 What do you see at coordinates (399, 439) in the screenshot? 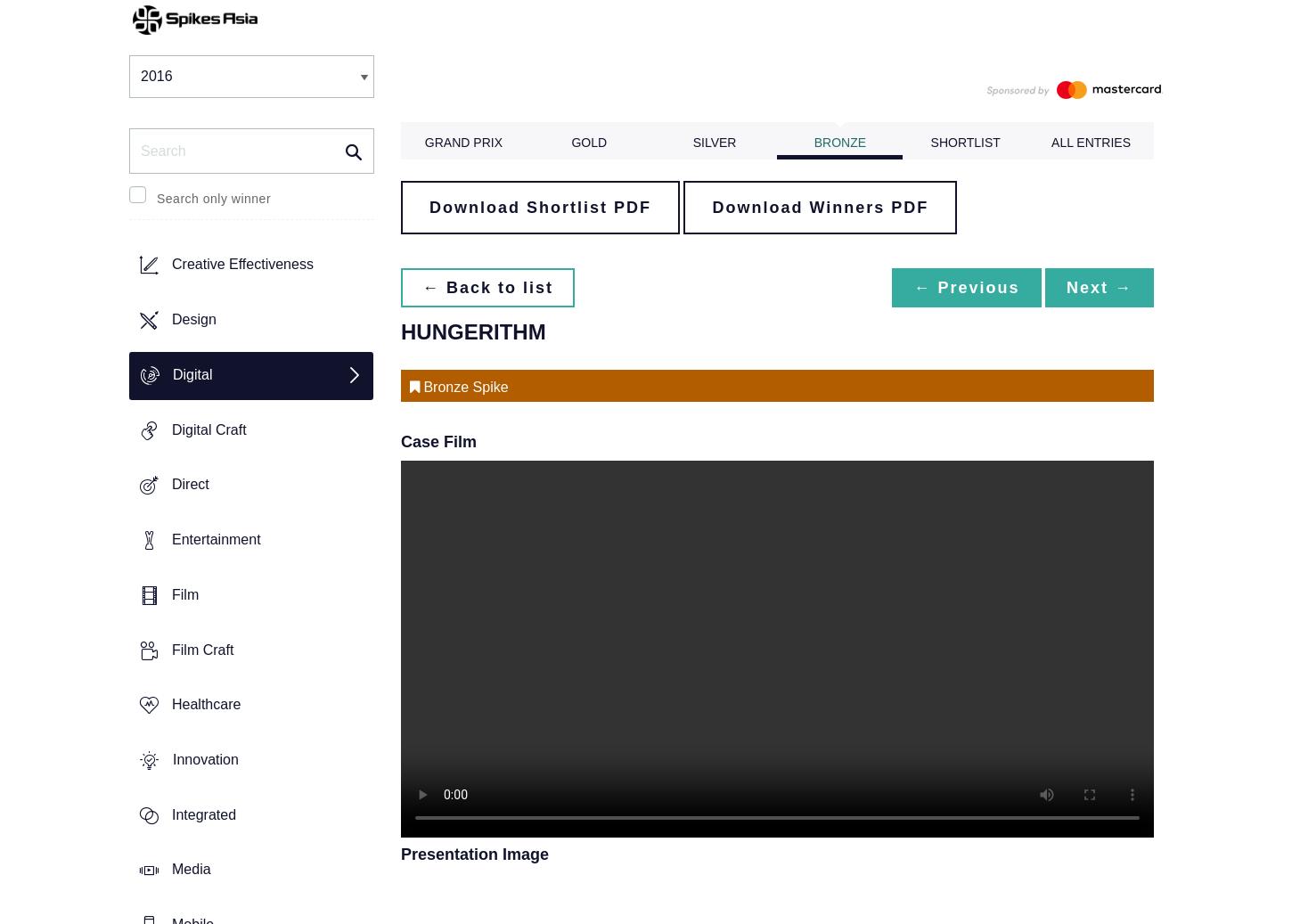
I see `'Case Film'` at bounding box center [399, 439].